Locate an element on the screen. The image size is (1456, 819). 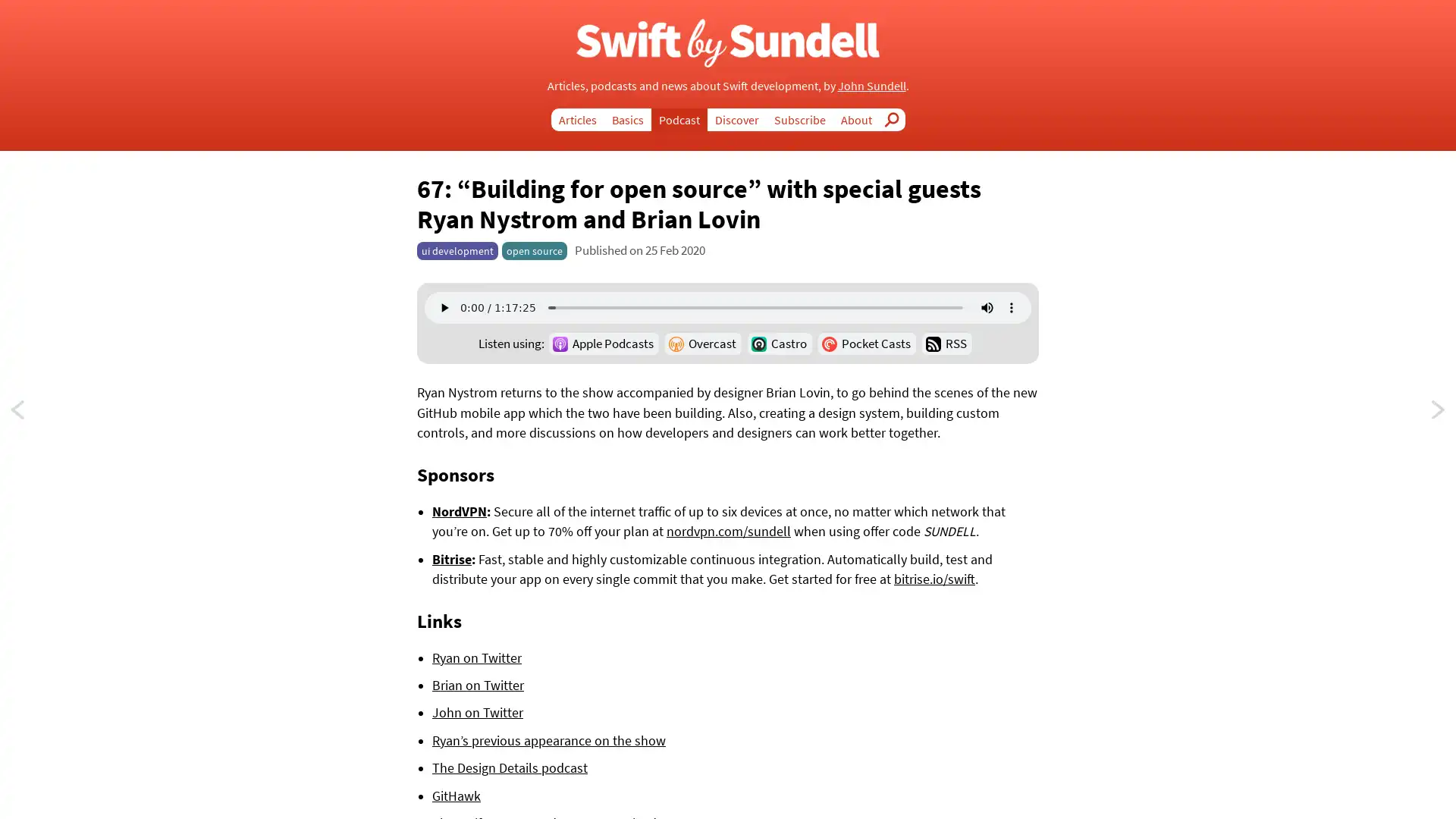
mute is located at coordinates (987, 307).